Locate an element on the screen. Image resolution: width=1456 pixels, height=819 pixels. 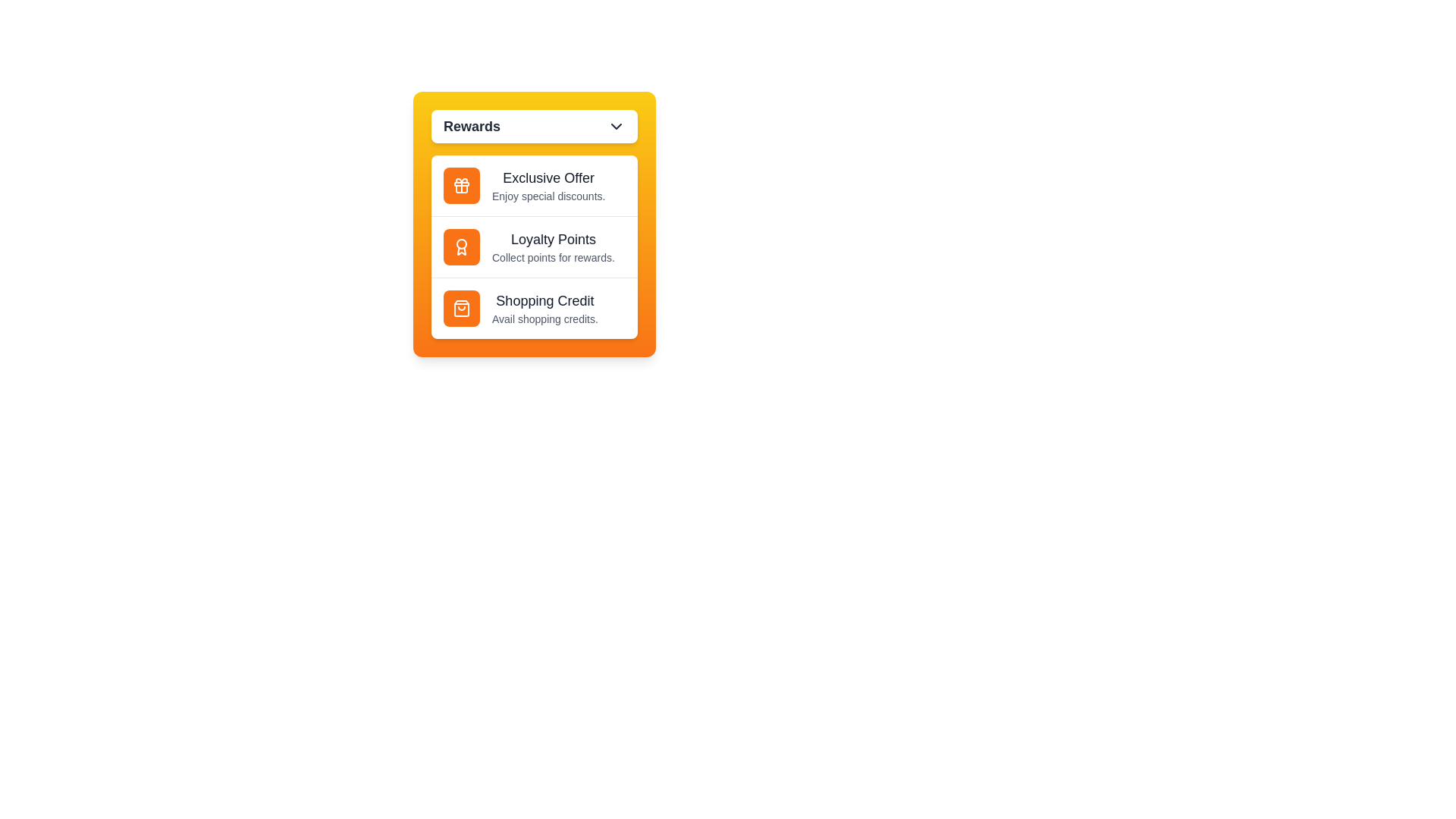
the graphical detail of the shopping bag icon, outlined in orange, located at the bottom-most icon region of the reward categories is located at coordinates (461, 308).